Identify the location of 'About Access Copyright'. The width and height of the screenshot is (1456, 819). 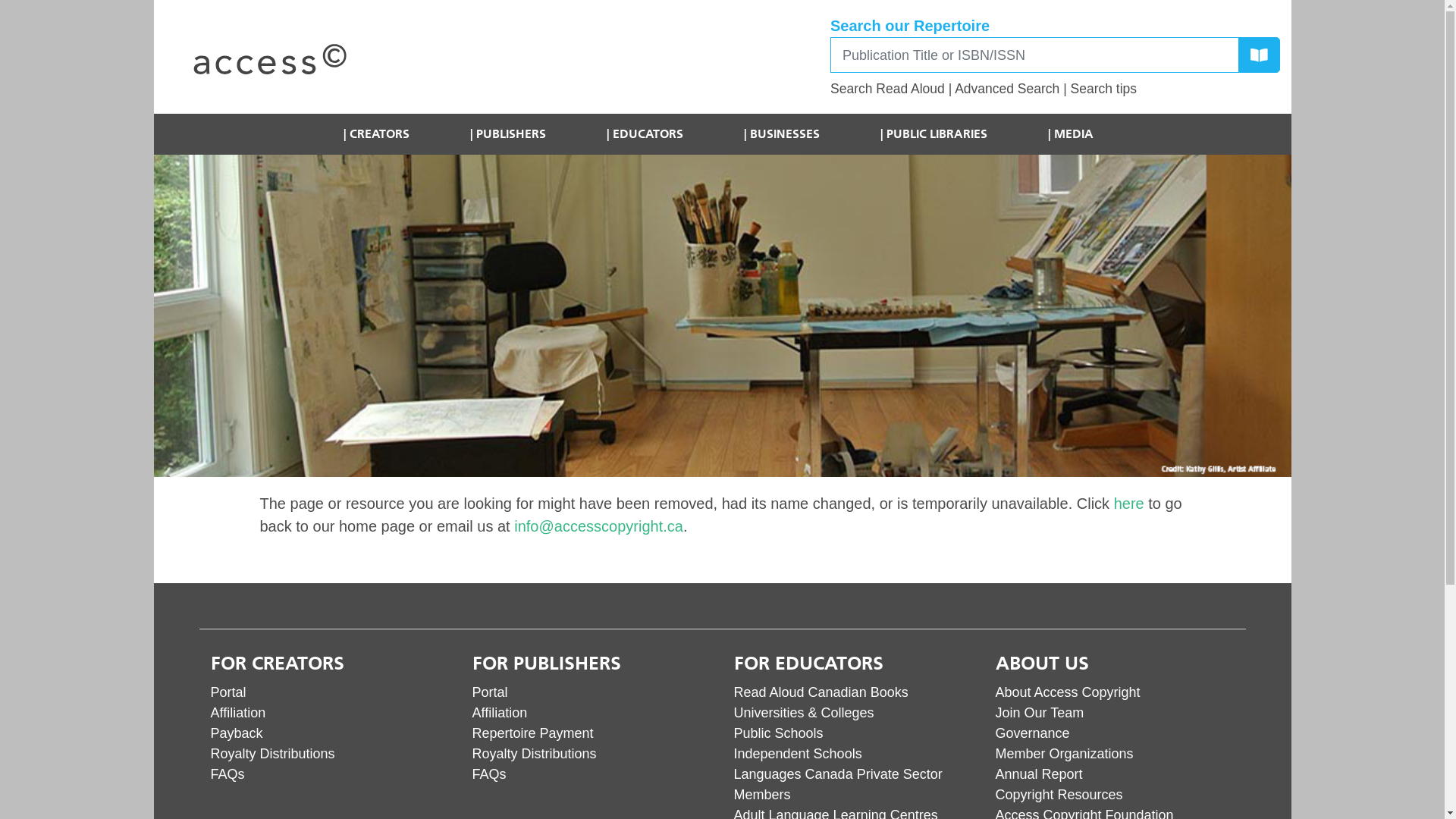
(1066, 692).